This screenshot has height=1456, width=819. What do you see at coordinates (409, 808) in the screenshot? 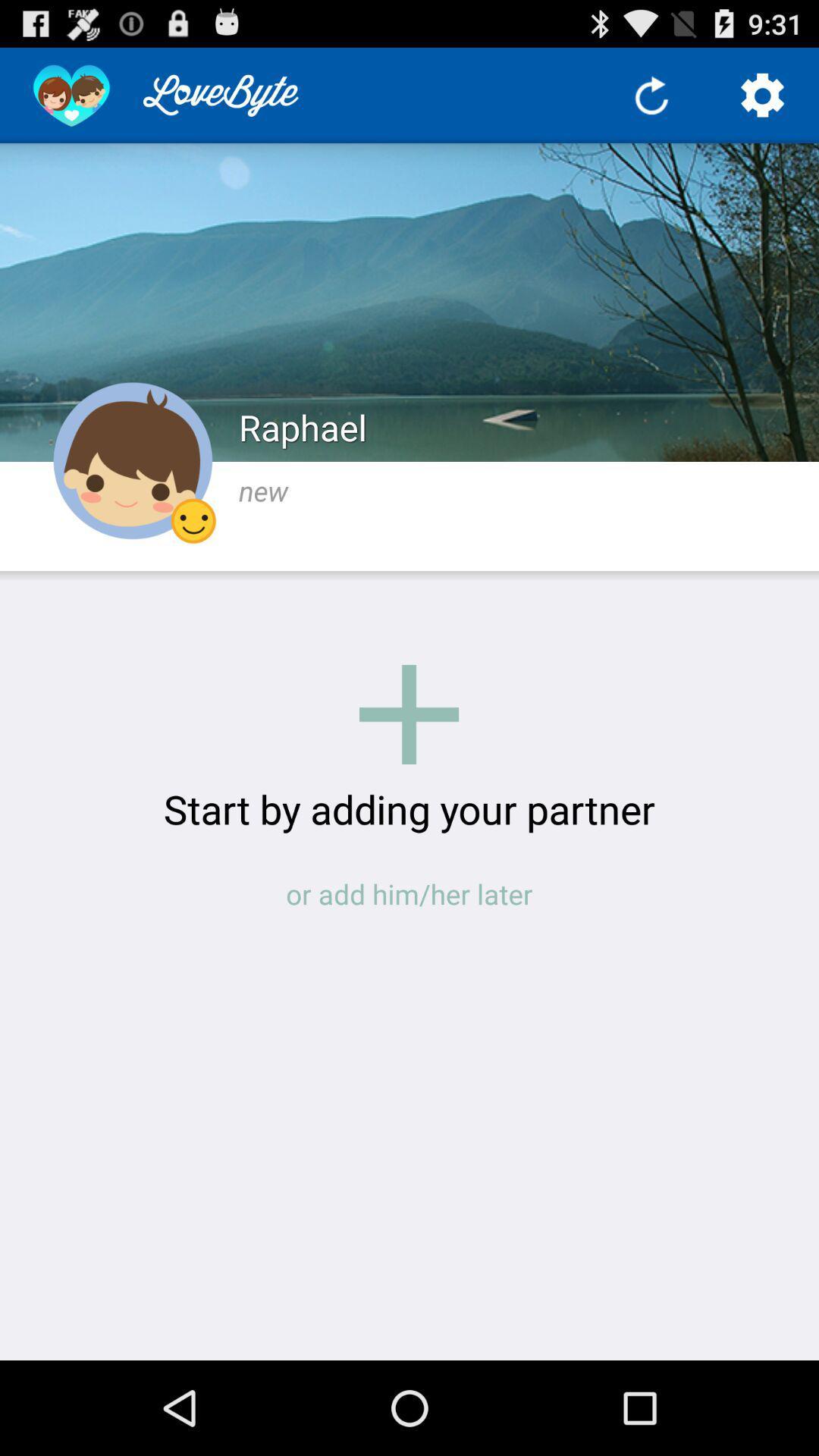
I see `start by adding app` at bounding box center [409, 808].